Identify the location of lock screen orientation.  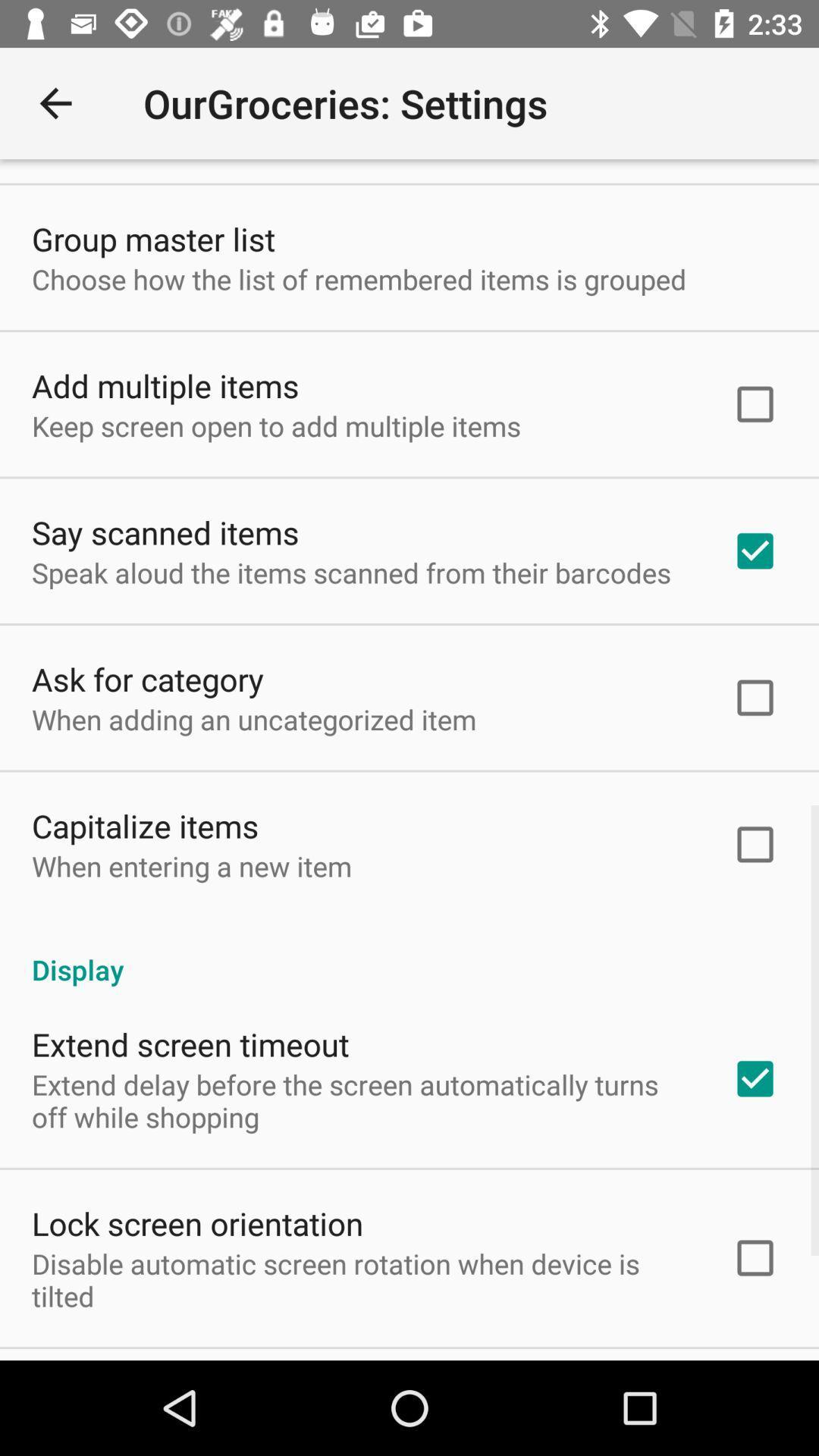
(196, 1223).